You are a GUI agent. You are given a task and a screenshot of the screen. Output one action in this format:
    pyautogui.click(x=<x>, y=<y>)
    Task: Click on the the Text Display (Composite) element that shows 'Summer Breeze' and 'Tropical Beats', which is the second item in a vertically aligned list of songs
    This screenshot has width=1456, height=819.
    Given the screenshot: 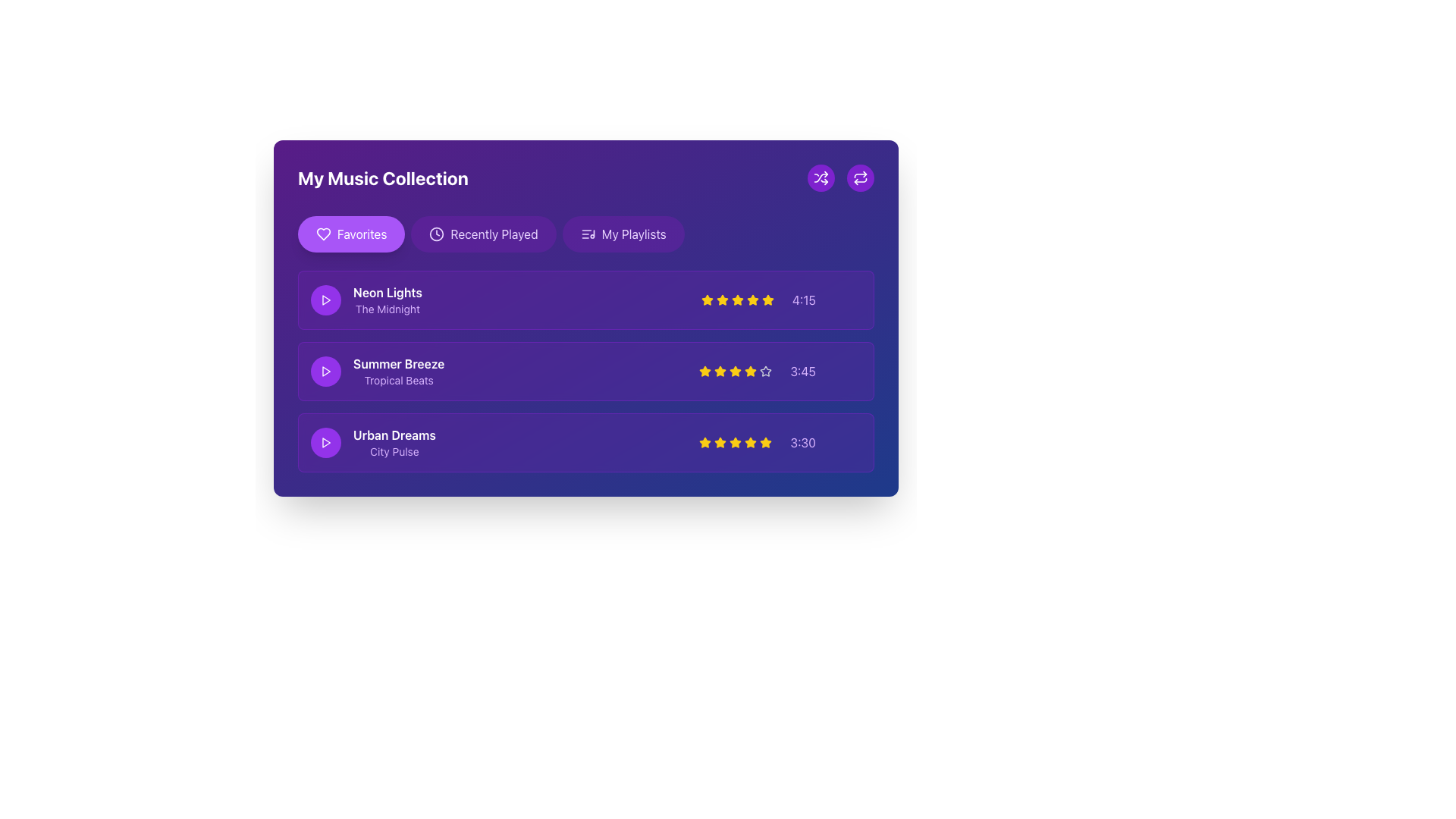 What is the action you would take?
    pyautogui.click(x=399, y=371)
    